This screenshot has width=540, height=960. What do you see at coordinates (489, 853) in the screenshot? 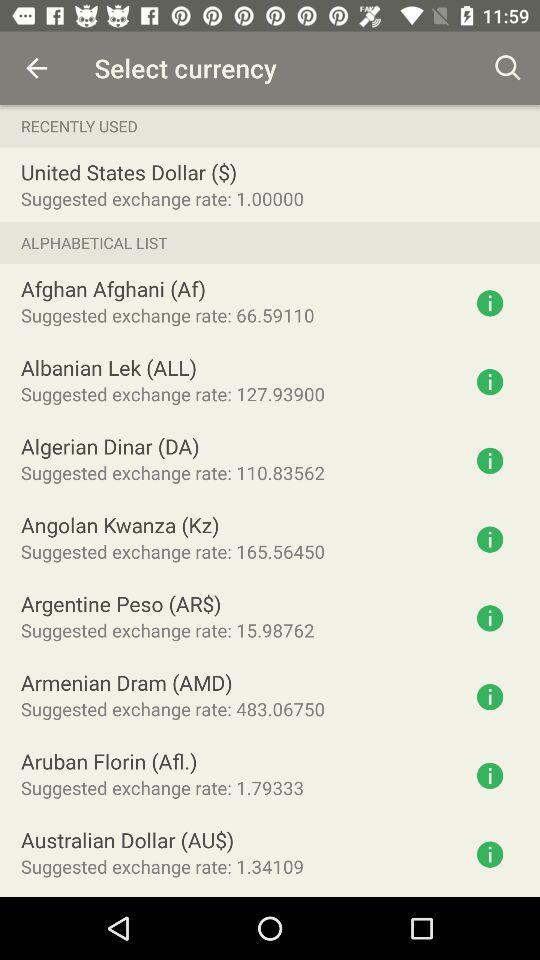
I see `information link` at bounding box center [489, 853].